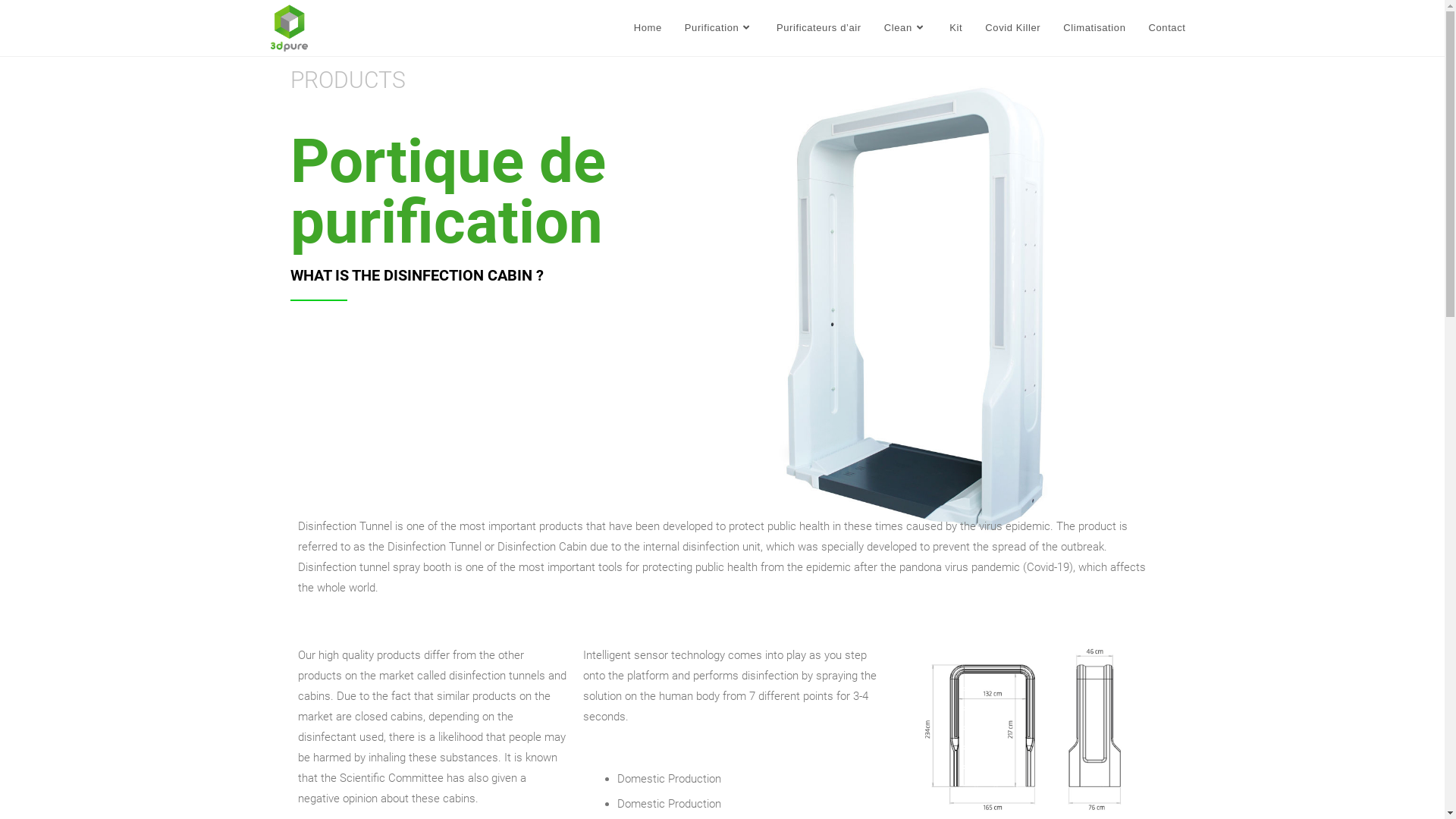 The width and height of the screenshot is (1456, 819). I want to click on 'Covid Killer', so click(1012, 28).